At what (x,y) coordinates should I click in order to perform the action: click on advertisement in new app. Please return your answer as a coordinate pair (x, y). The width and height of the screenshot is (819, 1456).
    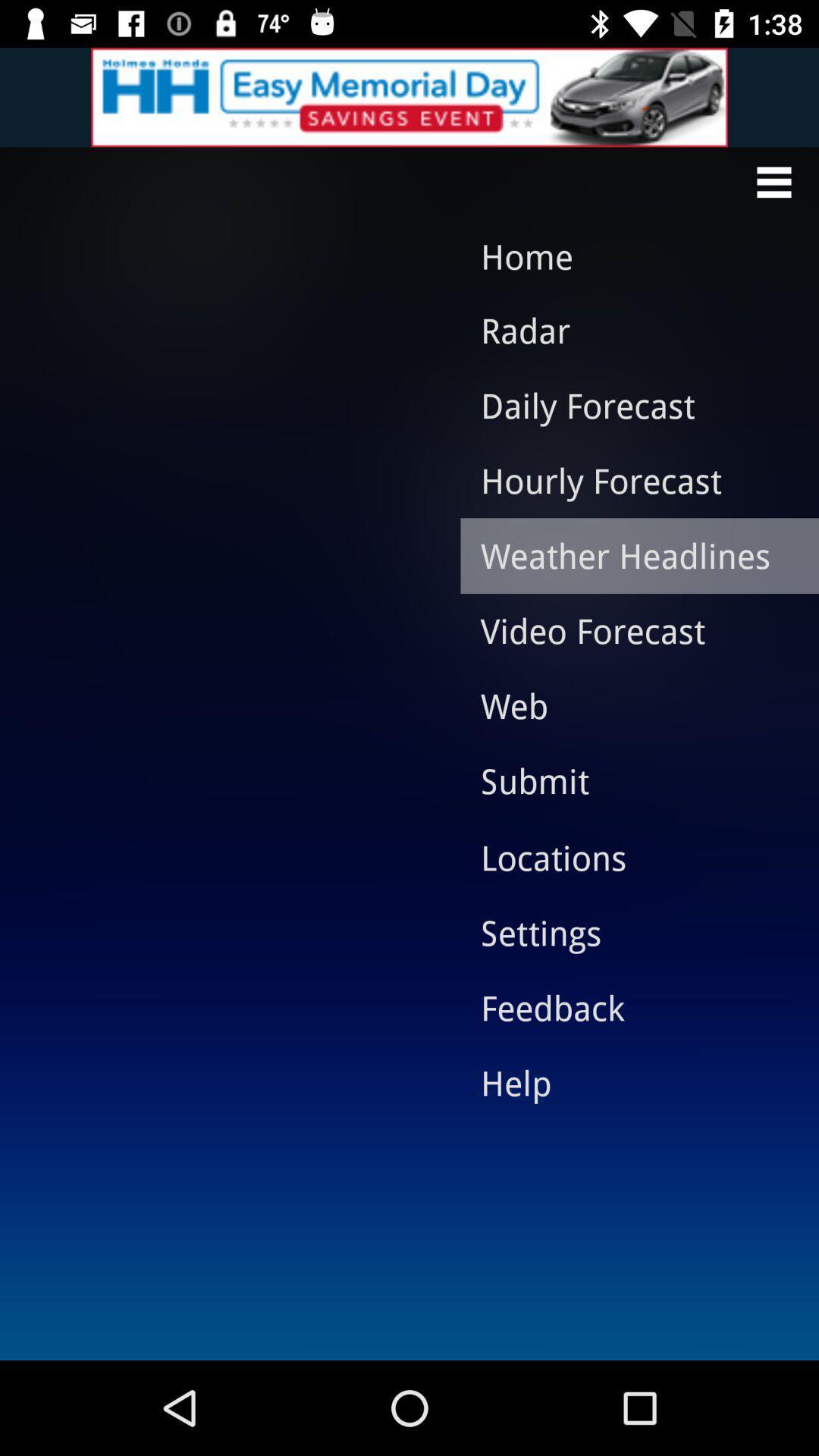
    Looking at the image, I should click on (409, 96).